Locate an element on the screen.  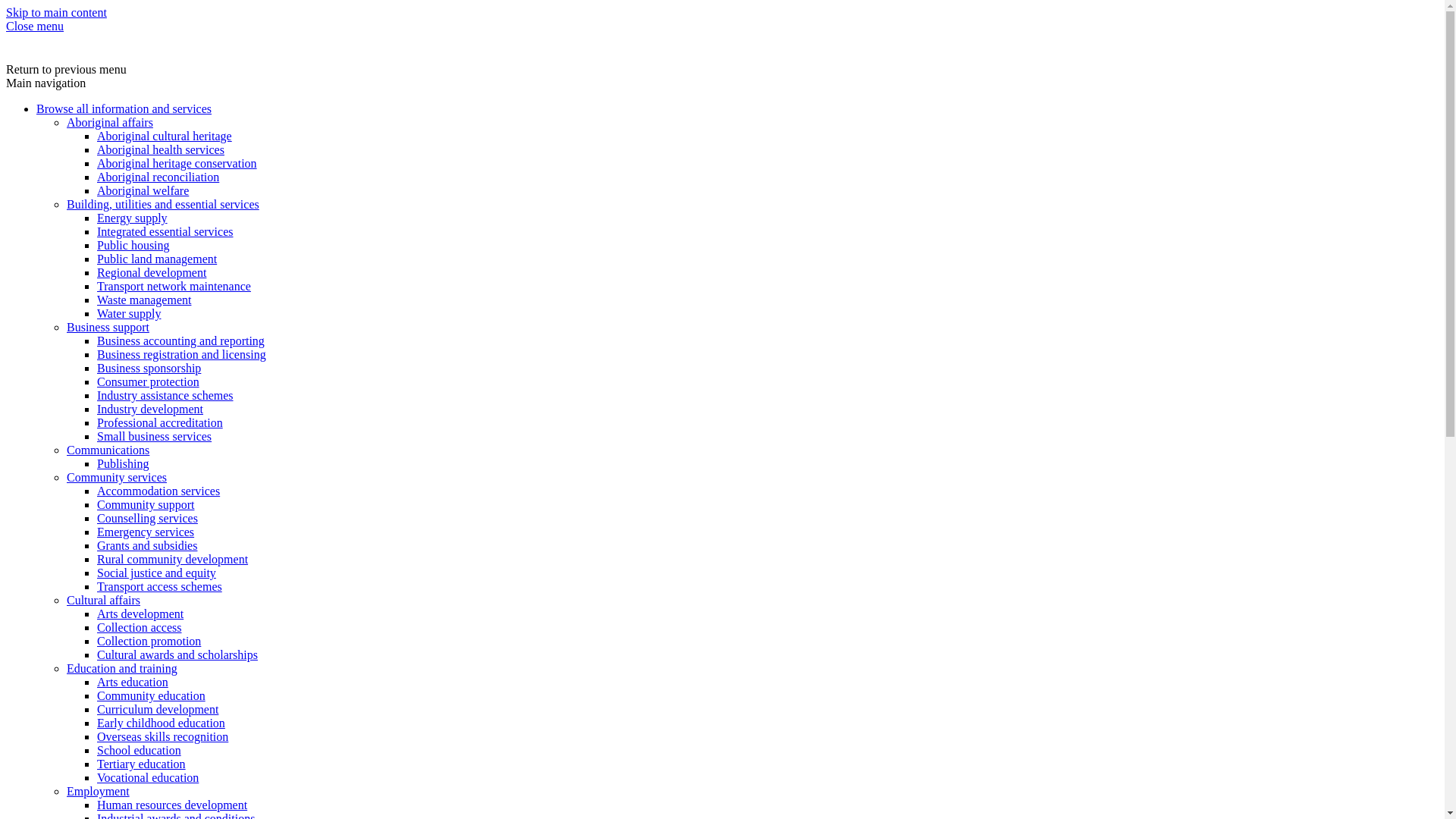
'Close menu' is located at coordinates (6, 26).